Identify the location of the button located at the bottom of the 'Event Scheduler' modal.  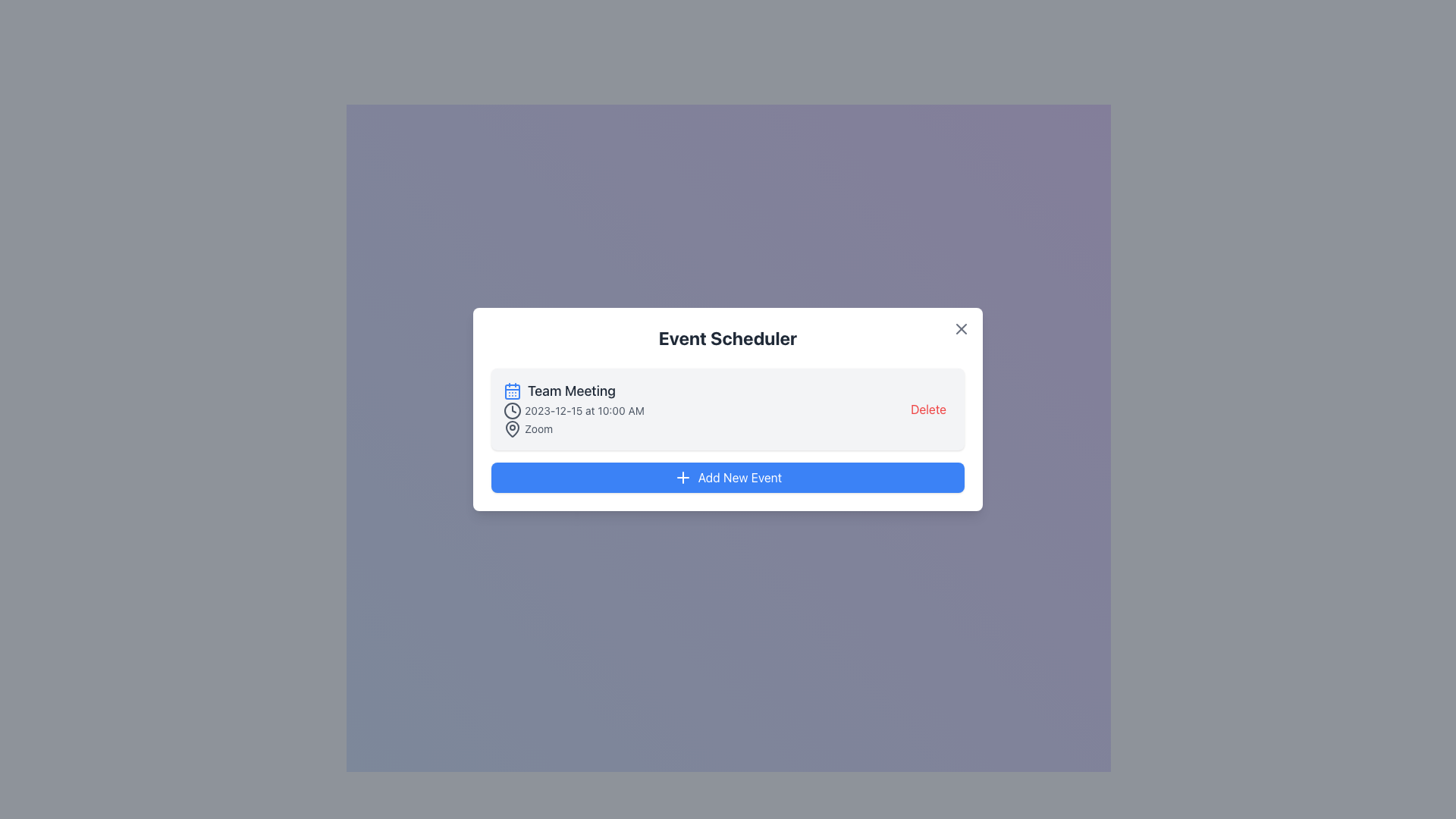
(728, 476).